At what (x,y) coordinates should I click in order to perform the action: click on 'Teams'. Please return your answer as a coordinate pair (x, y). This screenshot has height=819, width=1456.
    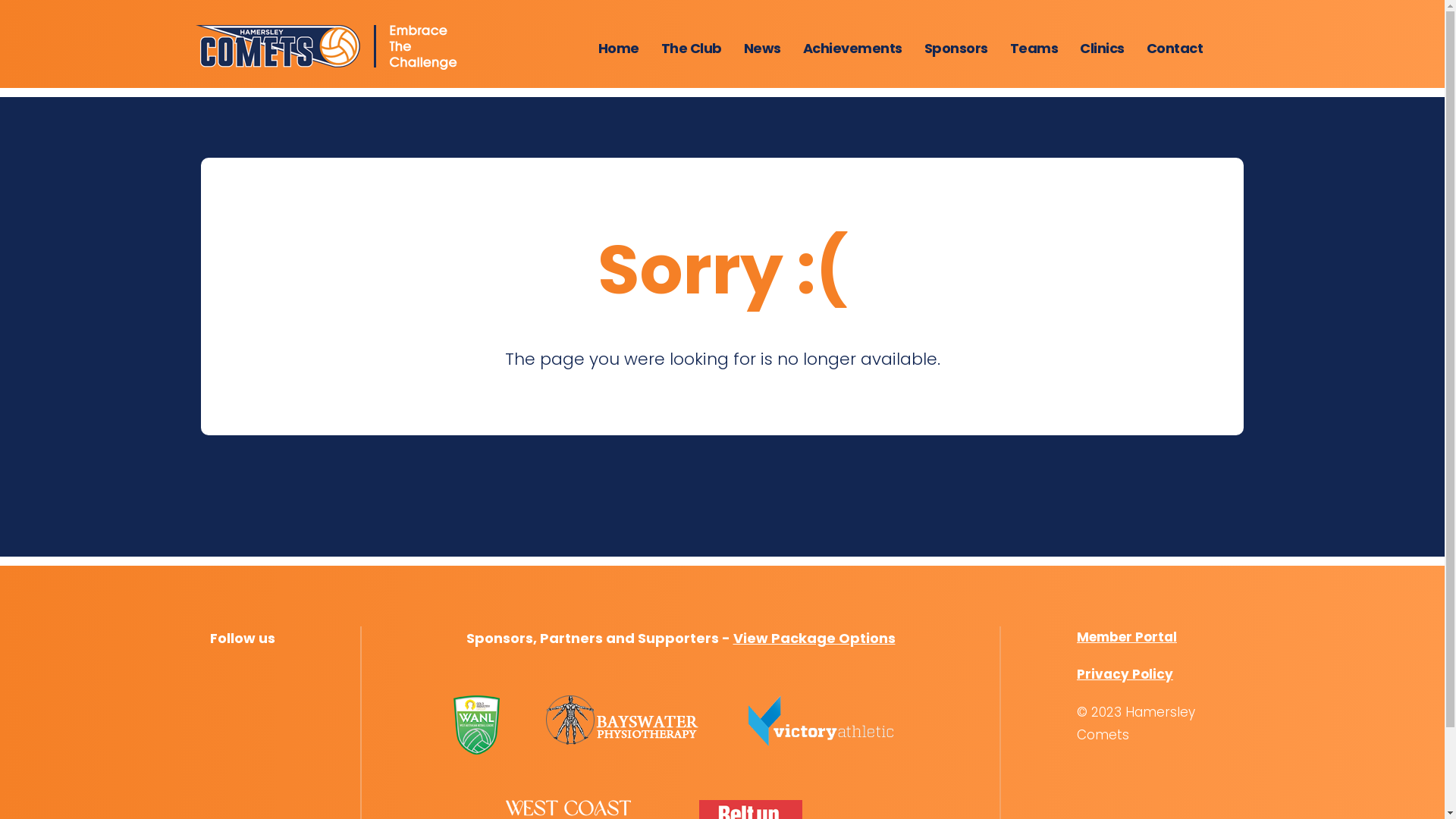
    Looking at the image, I should click on (1033, 47).